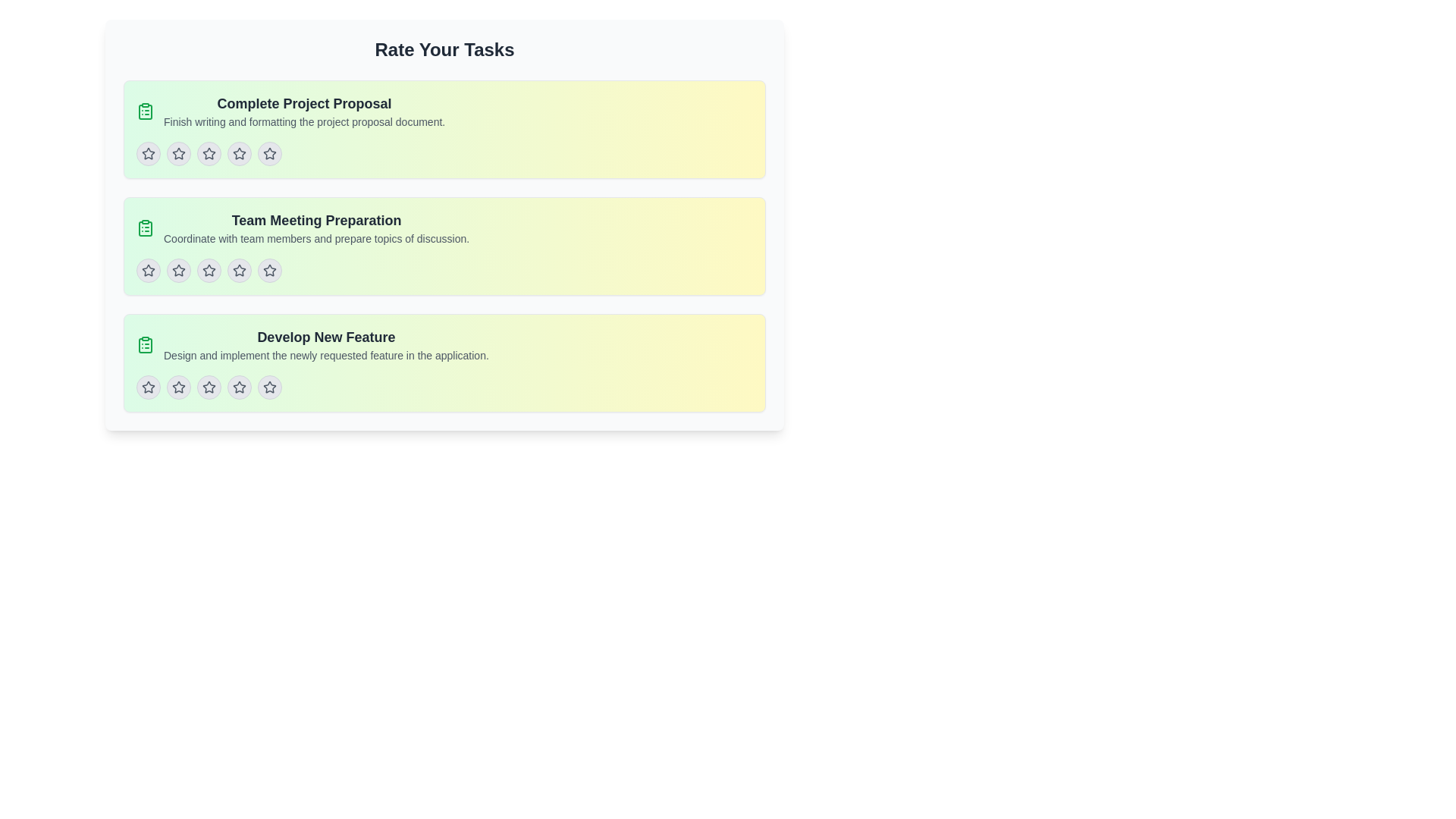 Image resolution: width=1456 pixels, height=819 pixels. I want to click on the first star icon in the rating system located in the lower section of the 'Develop New Feature' task card, so click(149, 386).